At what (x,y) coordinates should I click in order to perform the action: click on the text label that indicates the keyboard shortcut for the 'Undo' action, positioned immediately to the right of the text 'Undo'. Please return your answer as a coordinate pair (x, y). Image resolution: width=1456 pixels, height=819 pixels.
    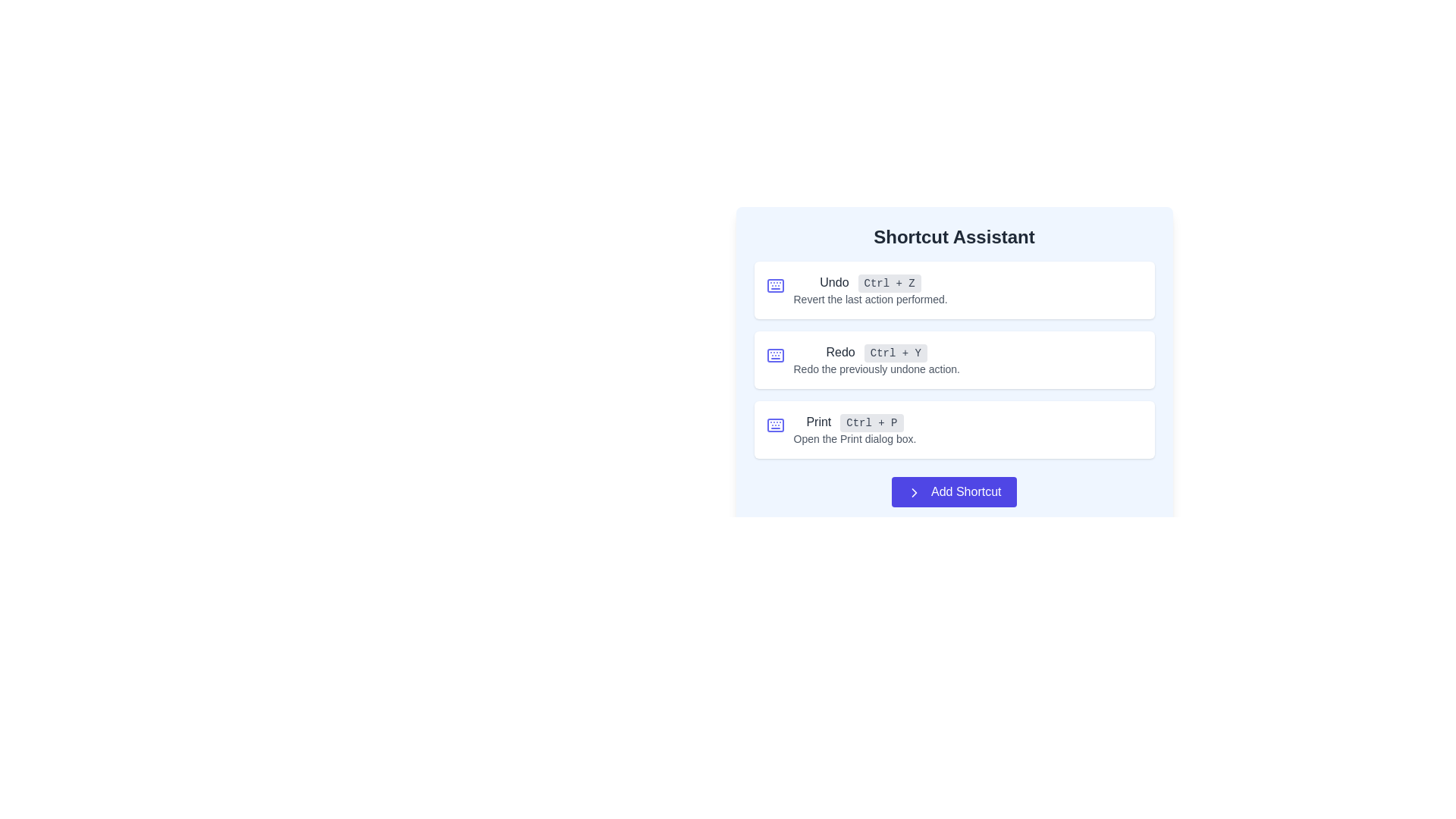
    Looking at the image, I should click on (890, 284).